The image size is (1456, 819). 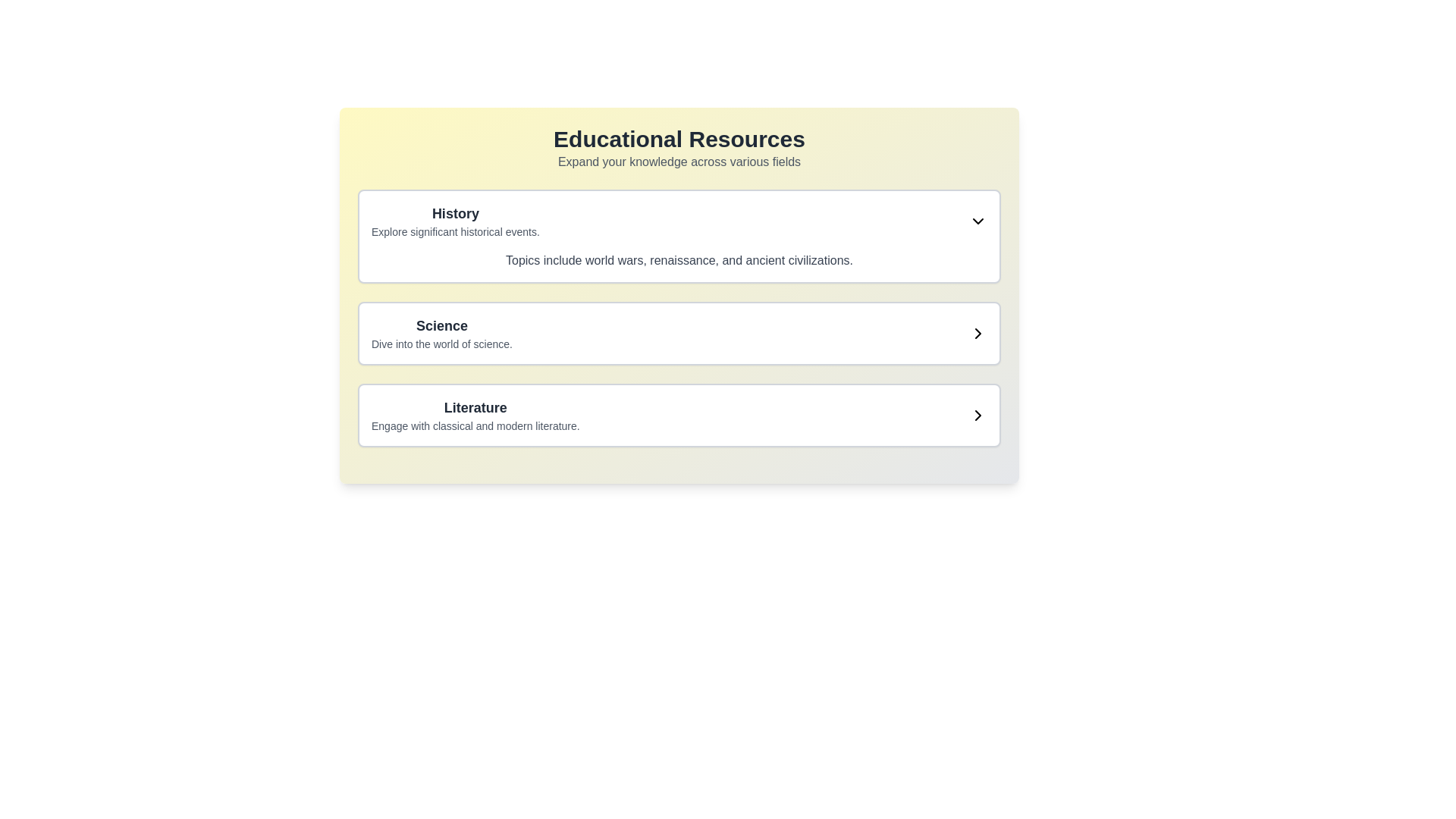 What do you see at coordinates (978, 332) in the screenshot?
I see `the rightward-pointing chevron icon located on the right side of the 'Science' section` at bounding box center [978, 332].